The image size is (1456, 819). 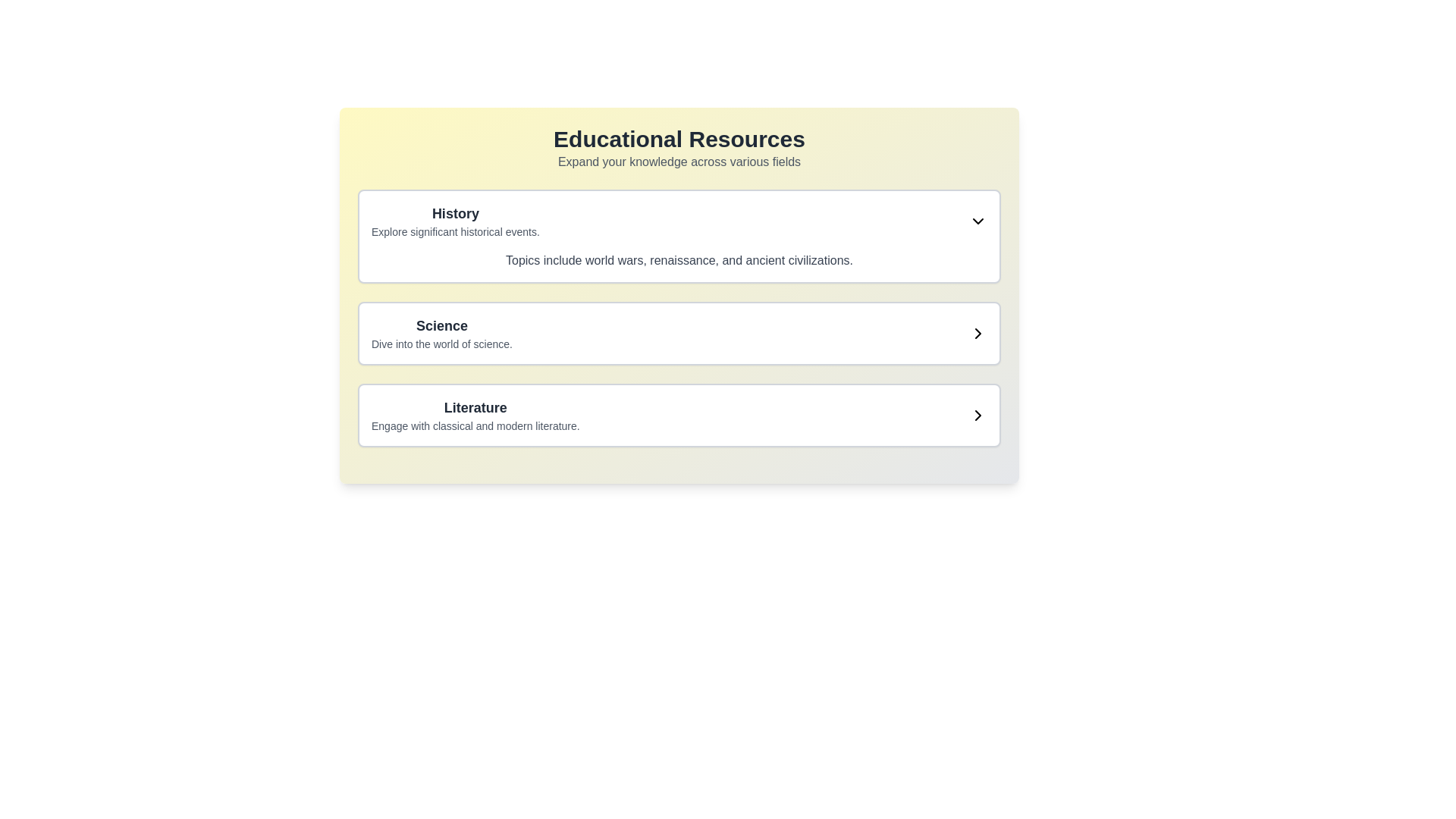 What do you see at coordinates (978, 332) in the screenshot?
I see `the rightward-pointing chevron icon located on the right side of the 'Science' section` at bounding box center [978, 332].